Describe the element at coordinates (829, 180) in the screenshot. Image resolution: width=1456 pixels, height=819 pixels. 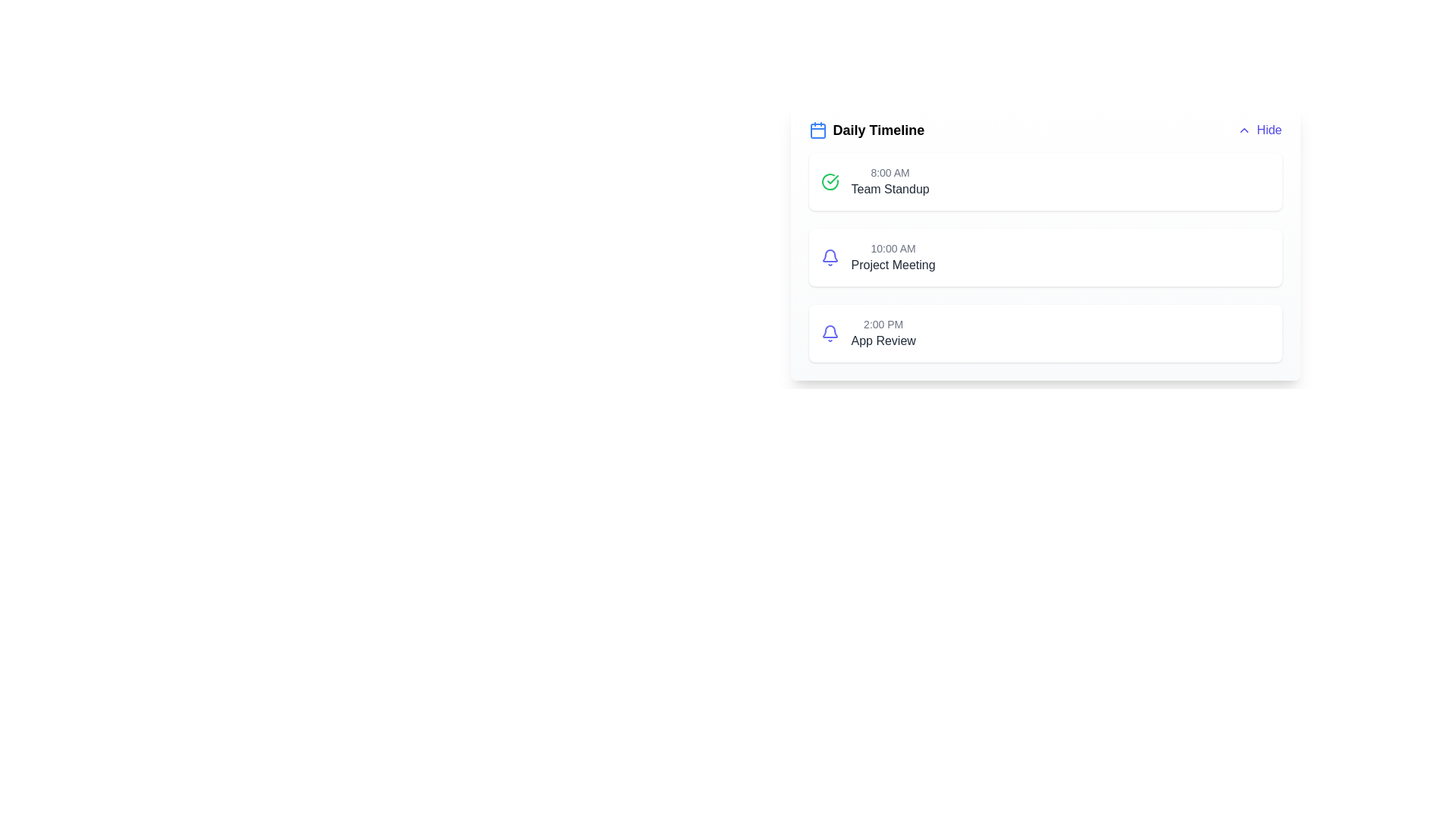
I see `the 'Team Standup' task icon located on the left side of the task entry under 'Daily Timeline'` at that location.